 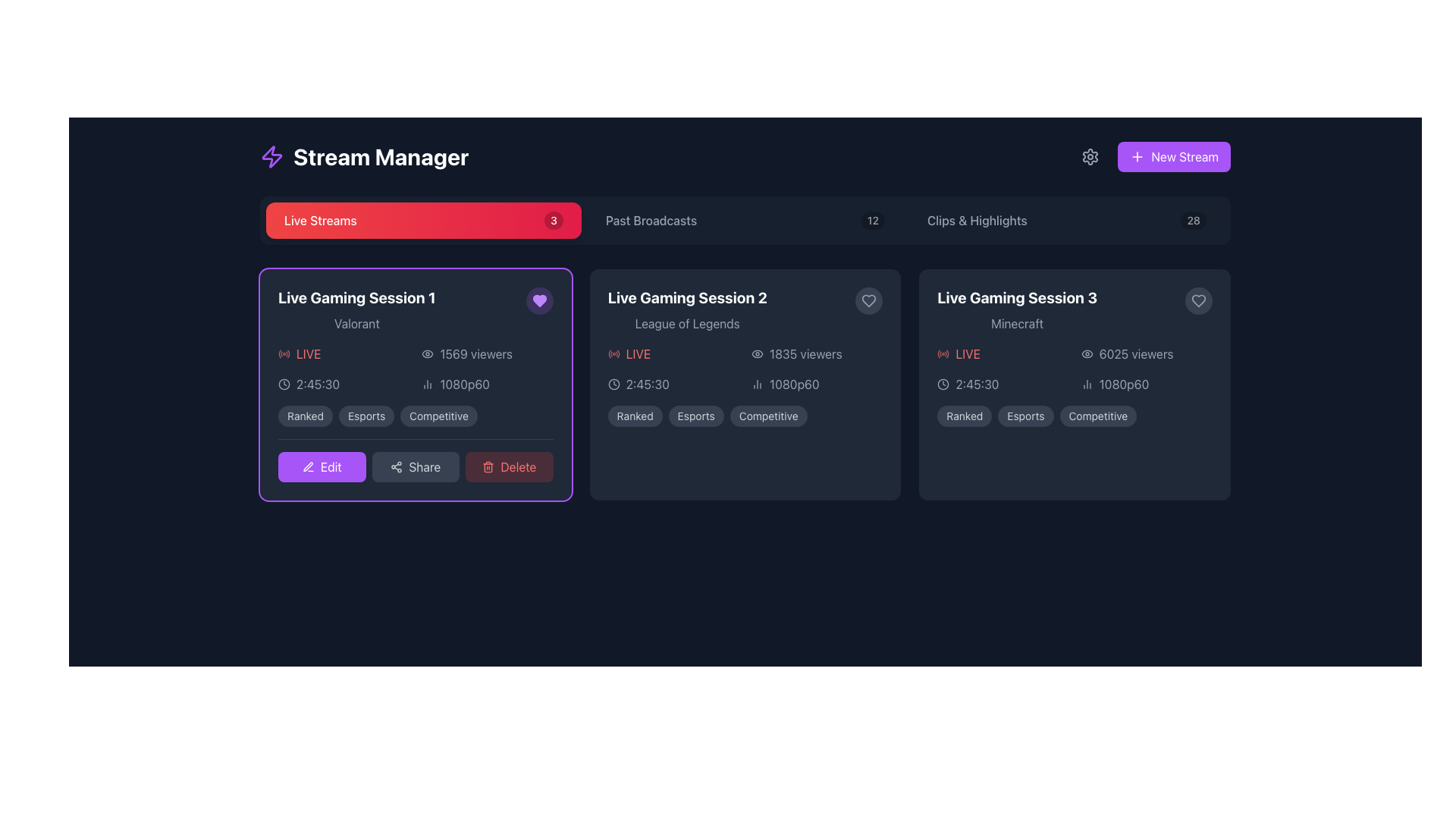 I want to click on the static text label displaying 'Minecraft' located below the title in the card titled 'Live Gaming Session 3', so click(x=1017, y=323).